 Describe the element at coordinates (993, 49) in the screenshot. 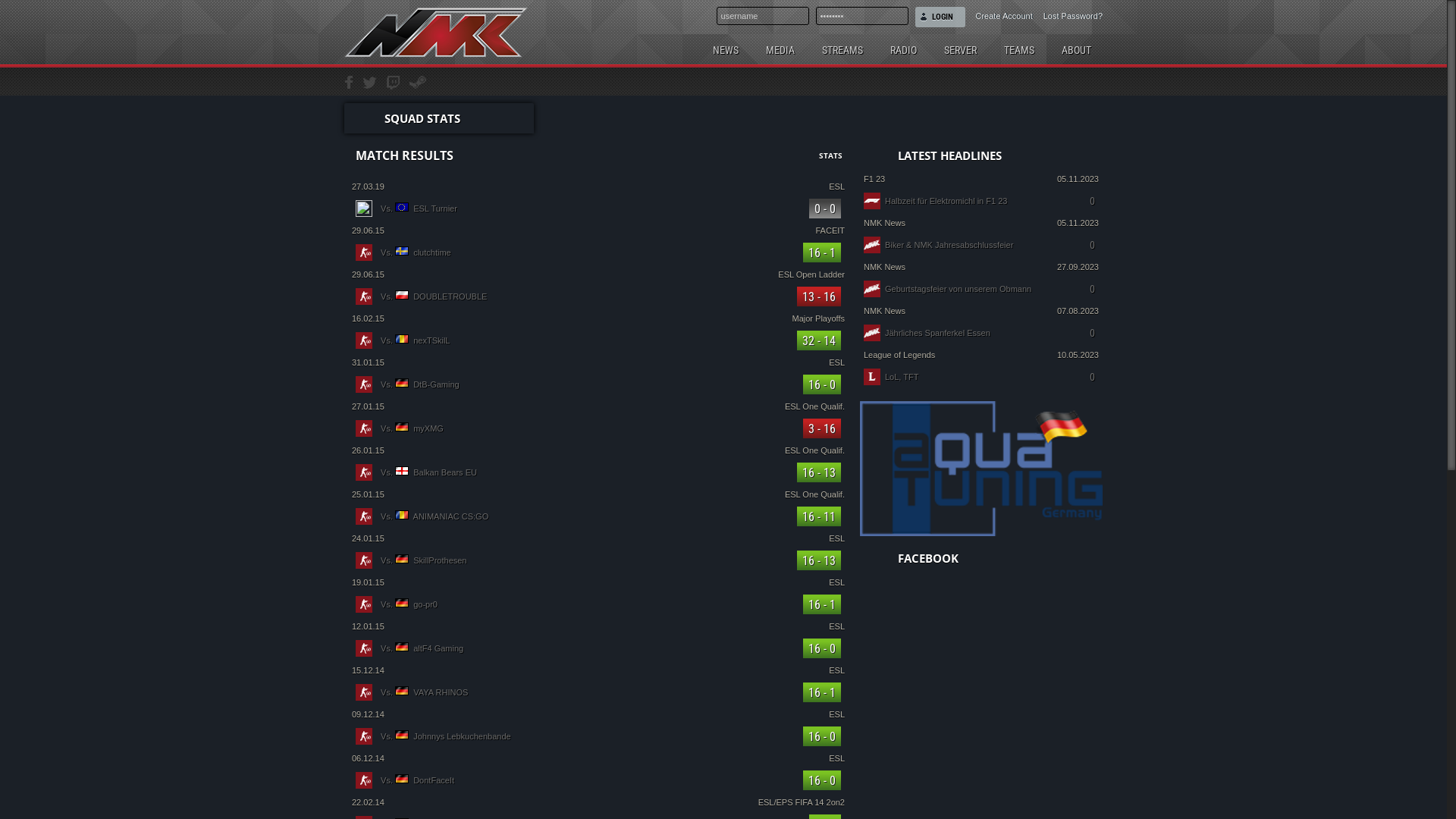

I see `'TEAMS'` at that location.